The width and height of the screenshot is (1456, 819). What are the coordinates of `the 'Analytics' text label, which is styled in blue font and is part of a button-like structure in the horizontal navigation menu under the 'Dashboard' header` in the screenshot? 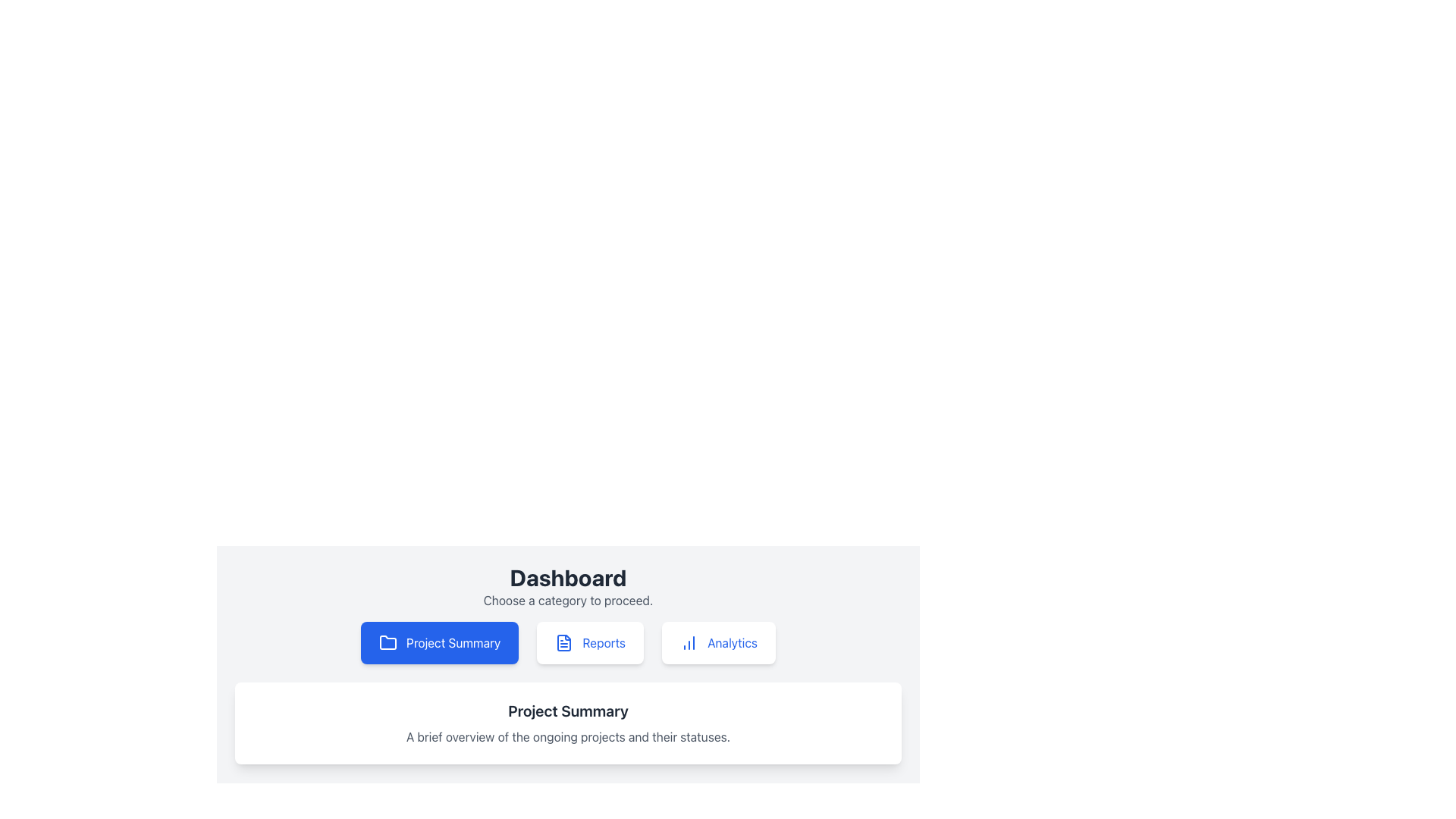 It's located at (732, 643).